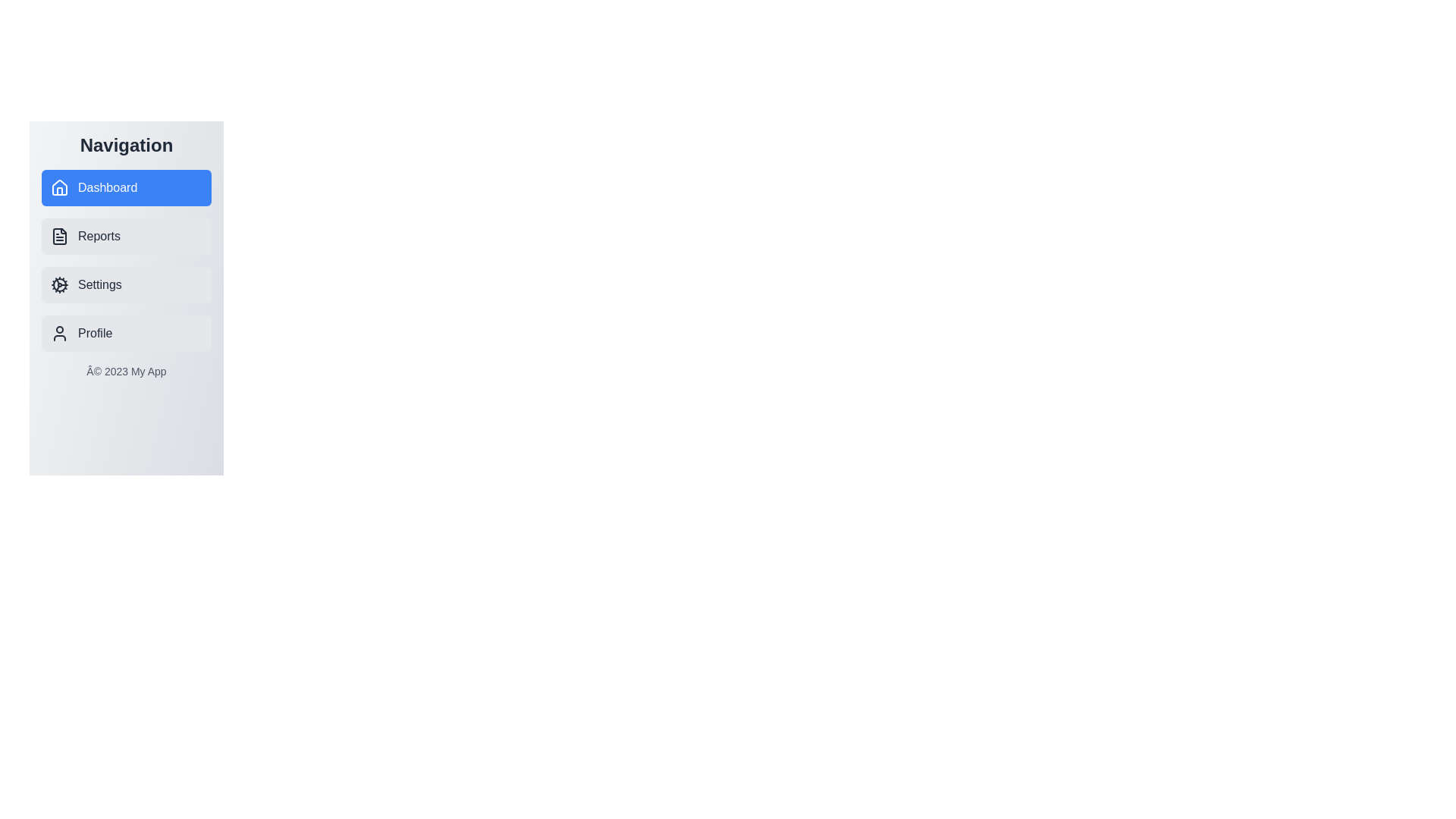 This screenshot has height=819, width=1456. What do you see at coordinates (59, 332) in the screenshot?
I see `the user icon at the beginning of the 'Profile' row in the navigation menu, which is a simple outline of a person with a circular head and a semi-oval torso` at bounding box center [59, 332].